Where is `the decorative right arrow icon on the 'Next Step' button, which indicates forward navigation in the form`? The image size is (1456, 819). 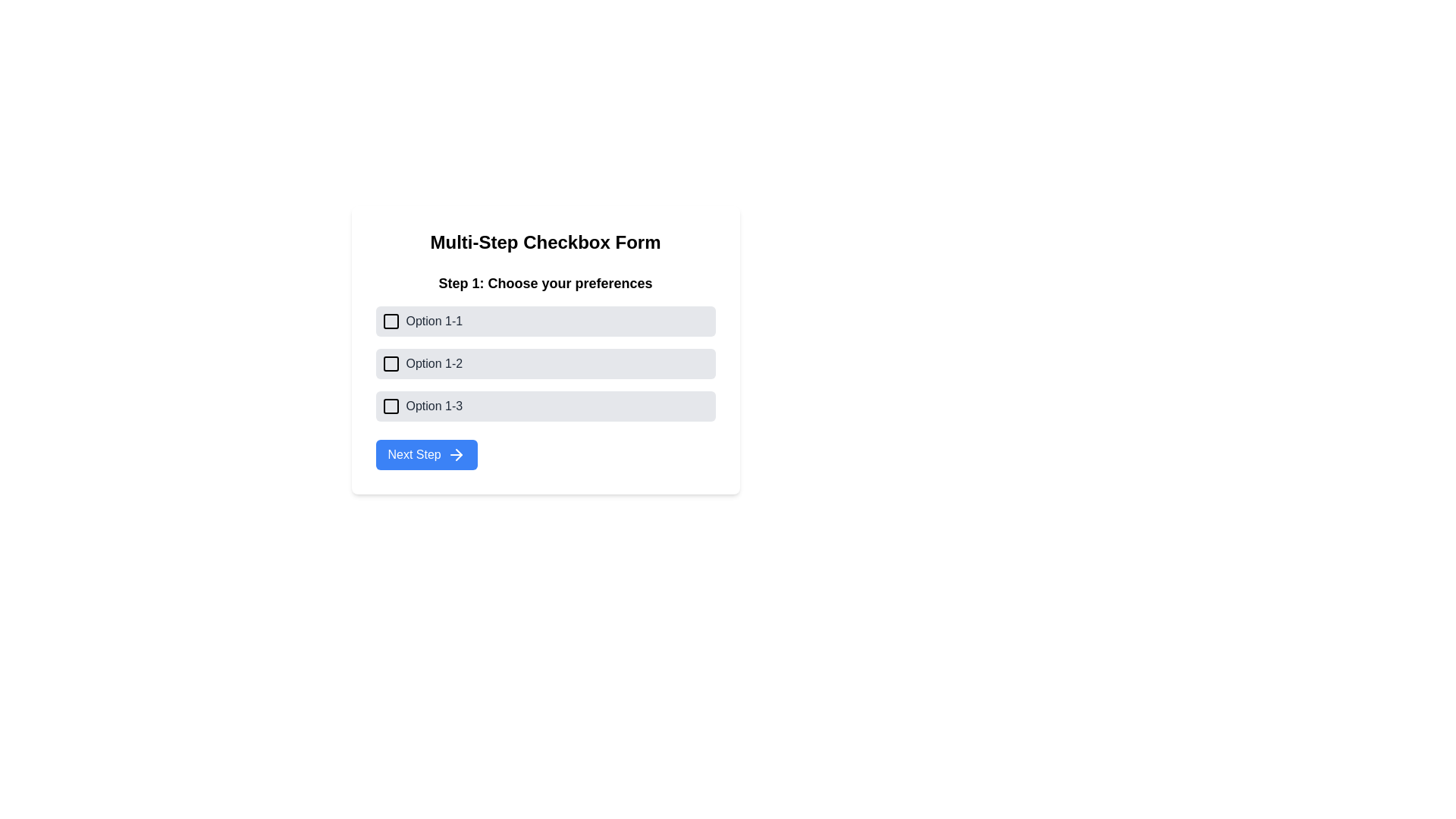 the decorative right arrow icon on the 'Next Step' button, which indicates forward navigation in the form is located at coordinates (458, 454).